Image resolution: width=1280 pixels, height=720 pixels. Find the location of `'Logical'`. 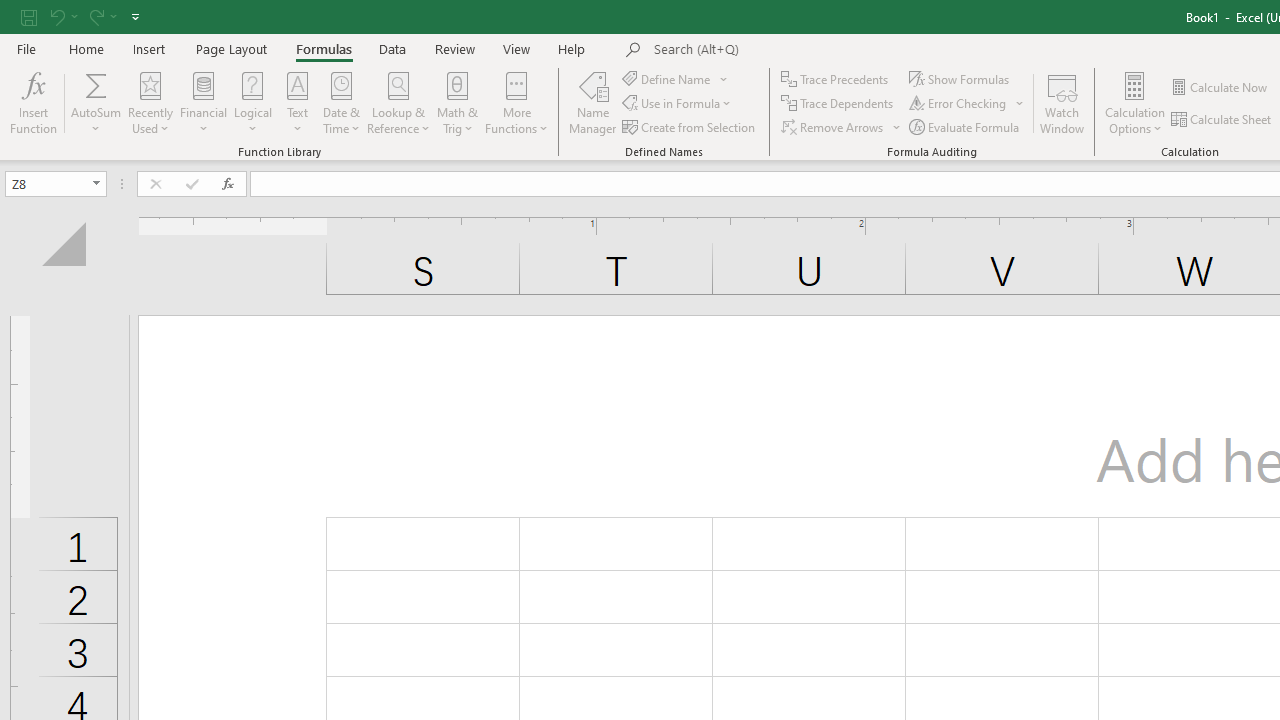

'Logical' is located at coordinates (252, 103).